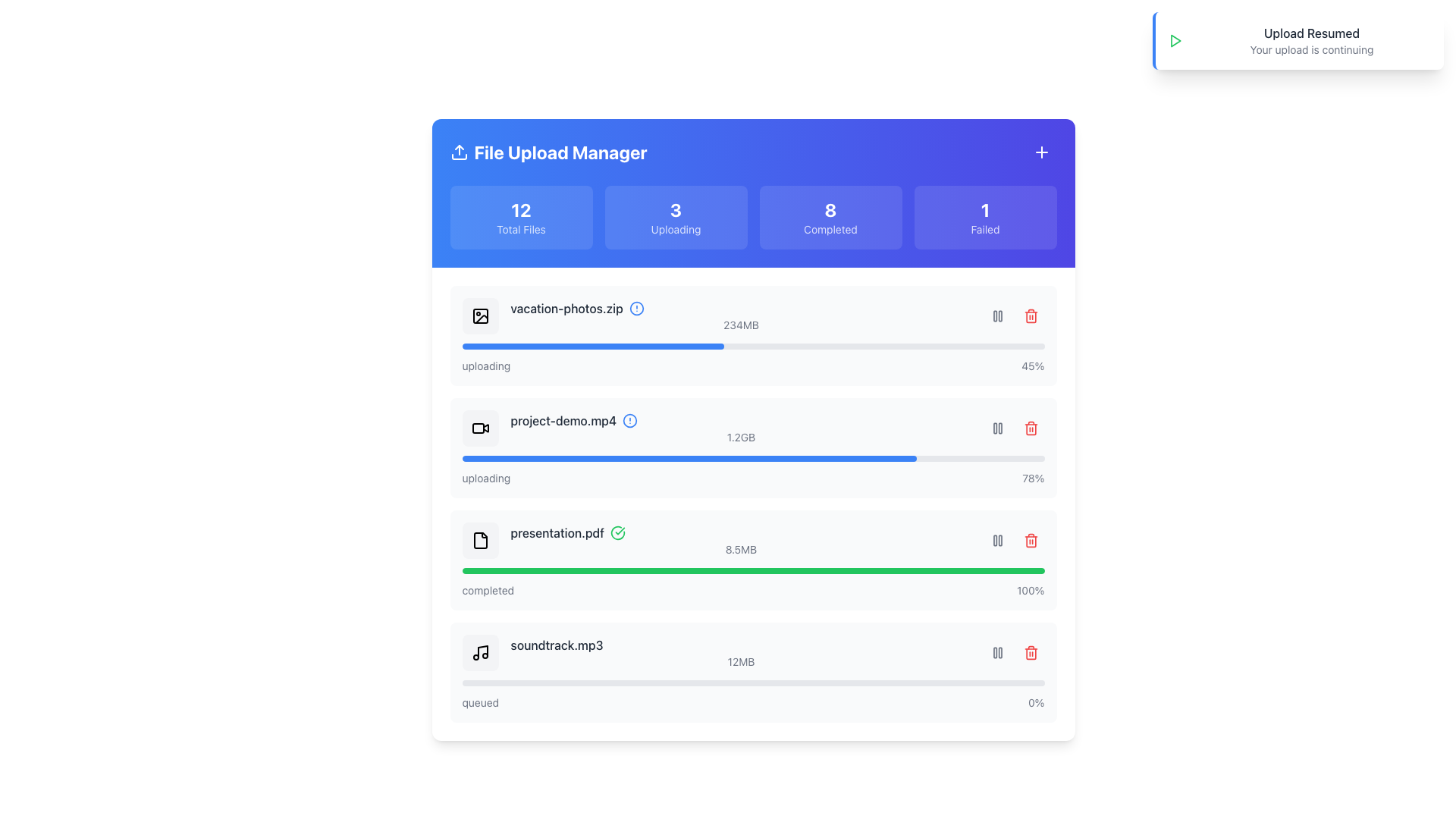 The height and width of the screenshot is (819, 1456). Describe the element at coordinates (753, 428) in the screenshot. I see `the list item representing the file 'project-demo.mp4' in the File Upload Manager to check its upload status` at that location.